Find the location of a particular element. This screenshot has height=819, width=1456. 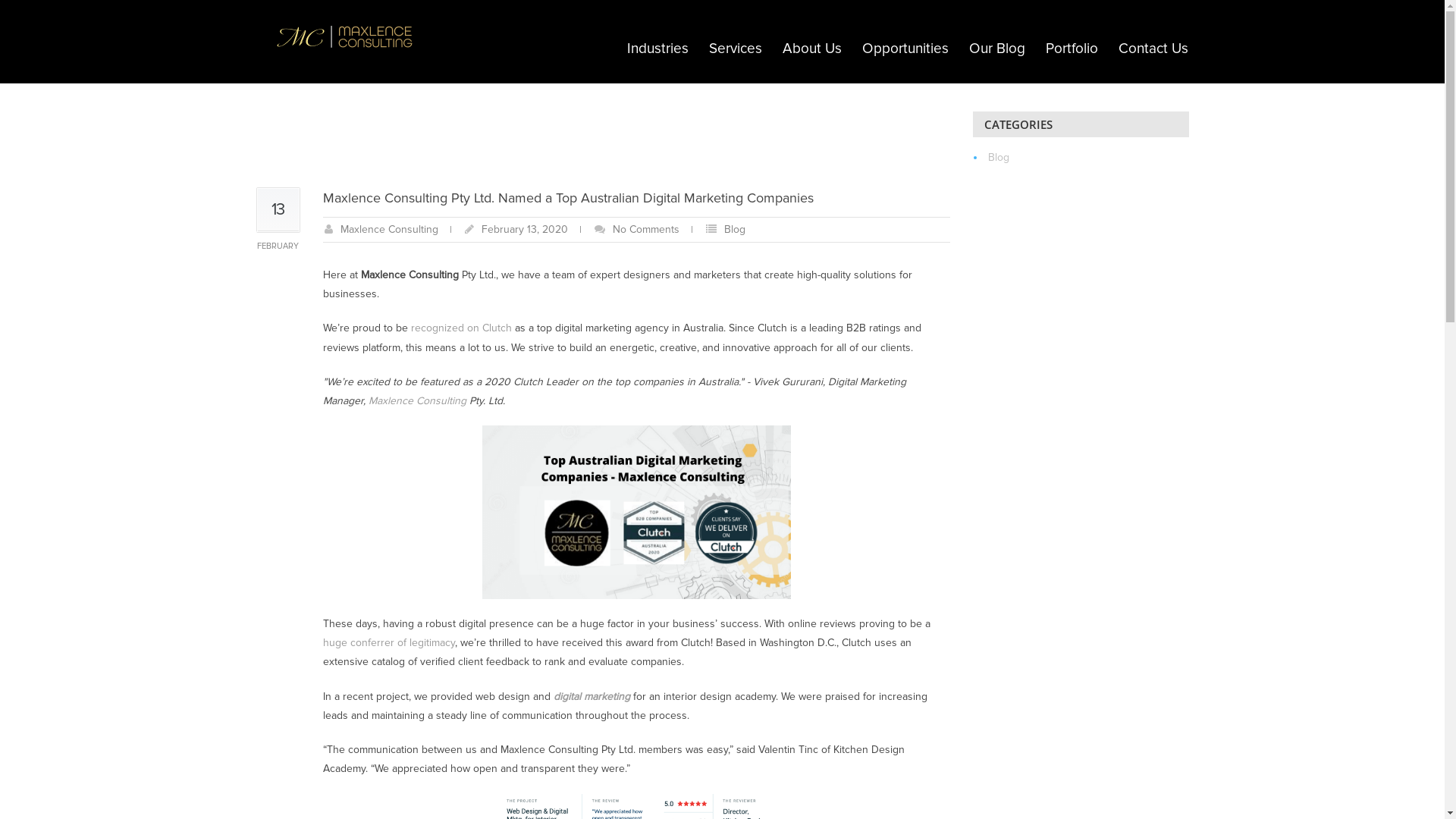

'Opportunities' is located at coordinates (905, 48).